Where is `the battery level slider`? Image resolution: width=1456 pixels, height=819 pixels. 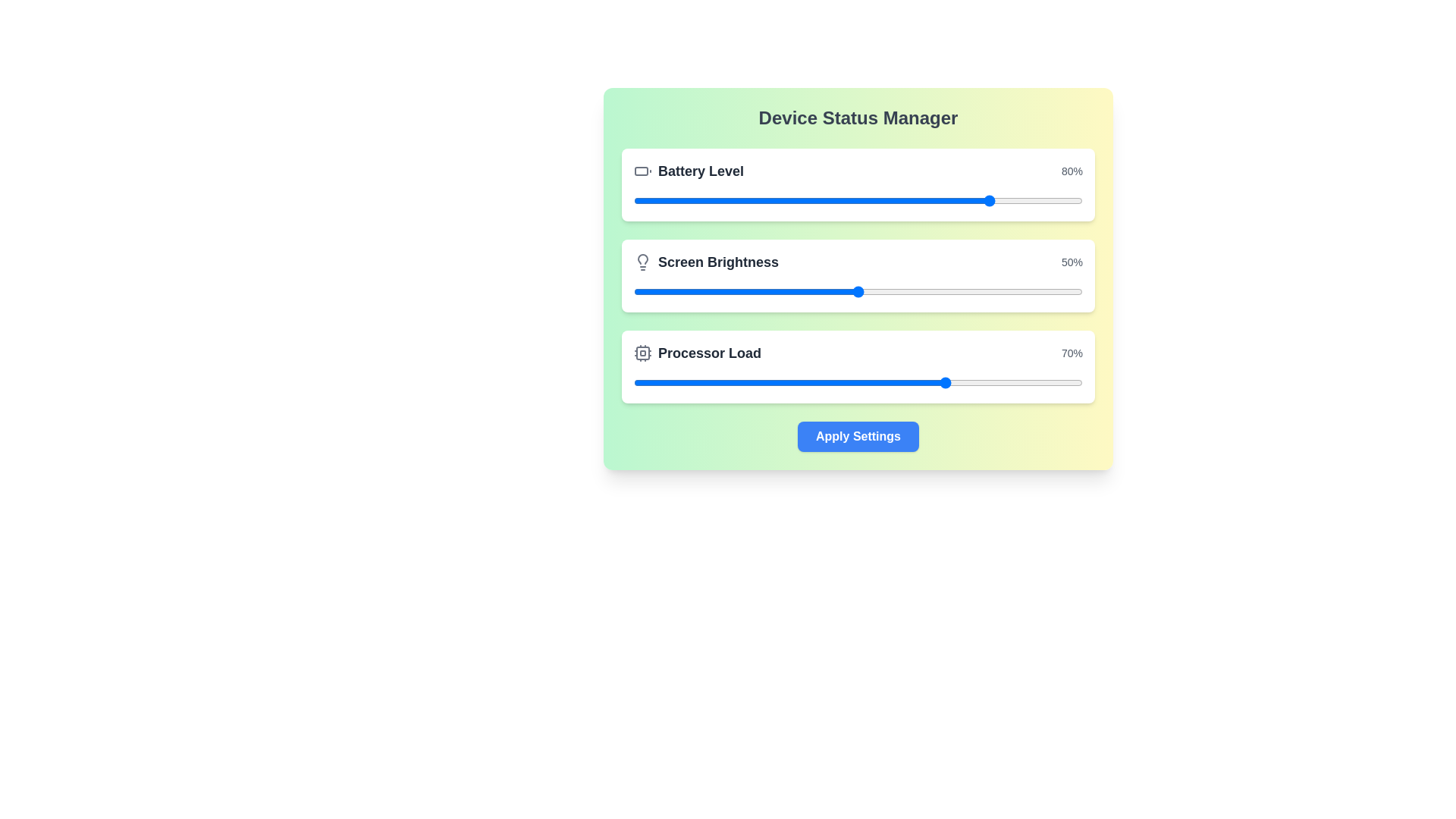
the battery level slider is located at coordinates (943, 200).